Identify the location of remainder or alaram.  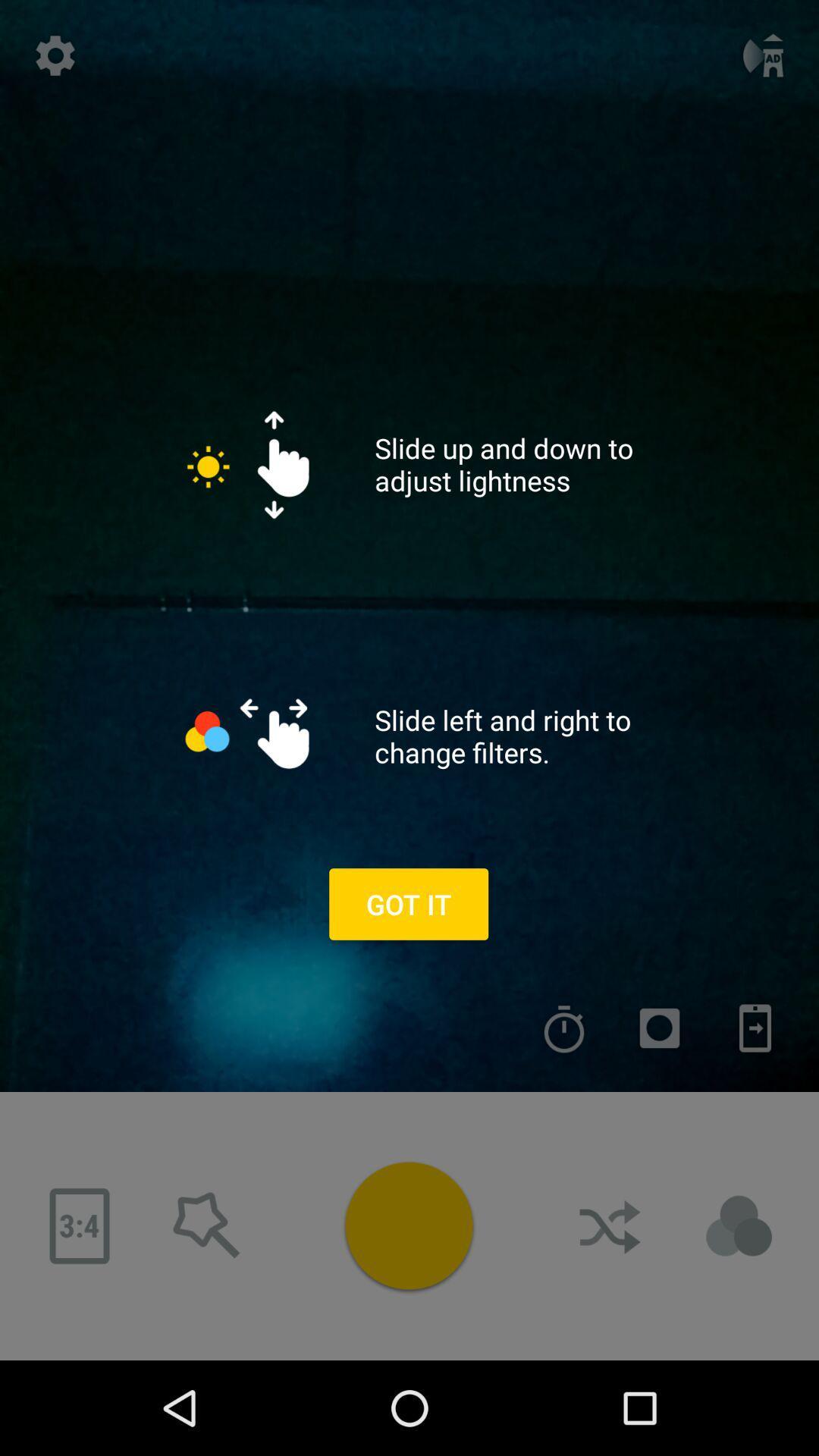
(564, 1028).